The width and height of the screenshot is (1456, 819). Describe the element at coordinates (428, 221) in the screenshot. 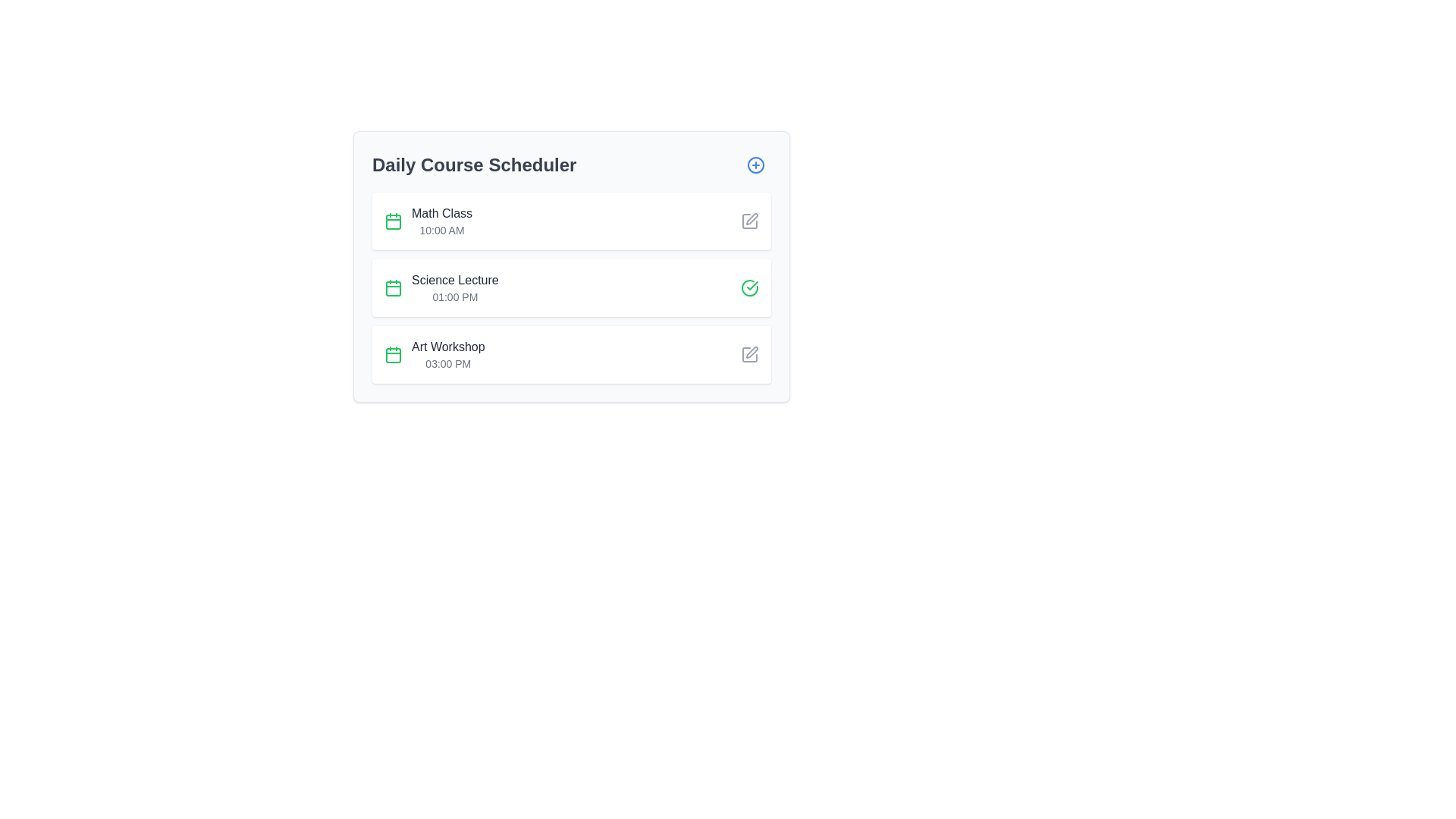

I see `the 'Math Class' event item in the 'Daily Course Scheduler' card` at that location.